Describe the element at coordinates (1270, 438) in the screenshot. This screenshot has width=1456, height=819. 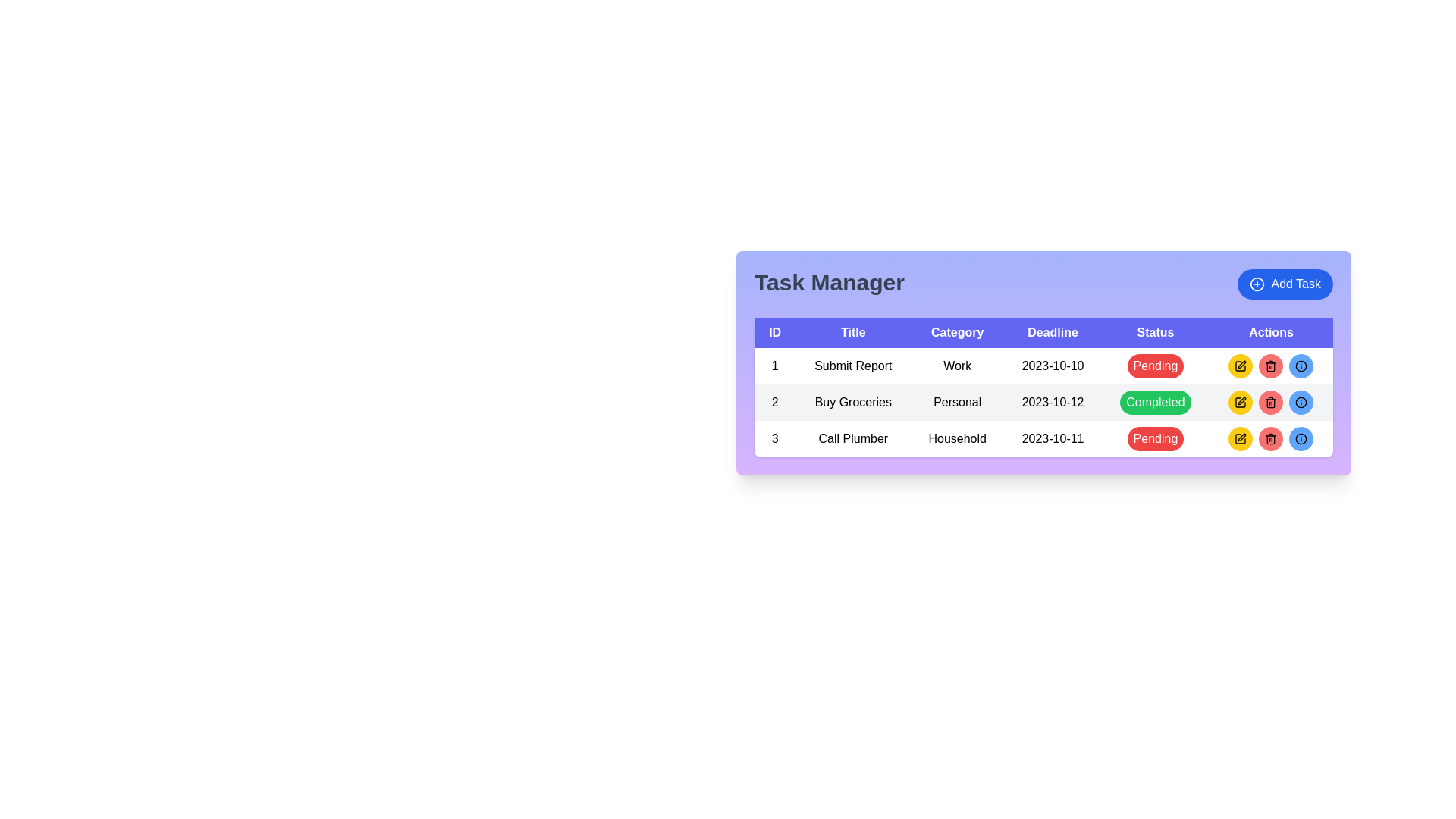
I see `the circular red button with a trash bin icon` at that location.